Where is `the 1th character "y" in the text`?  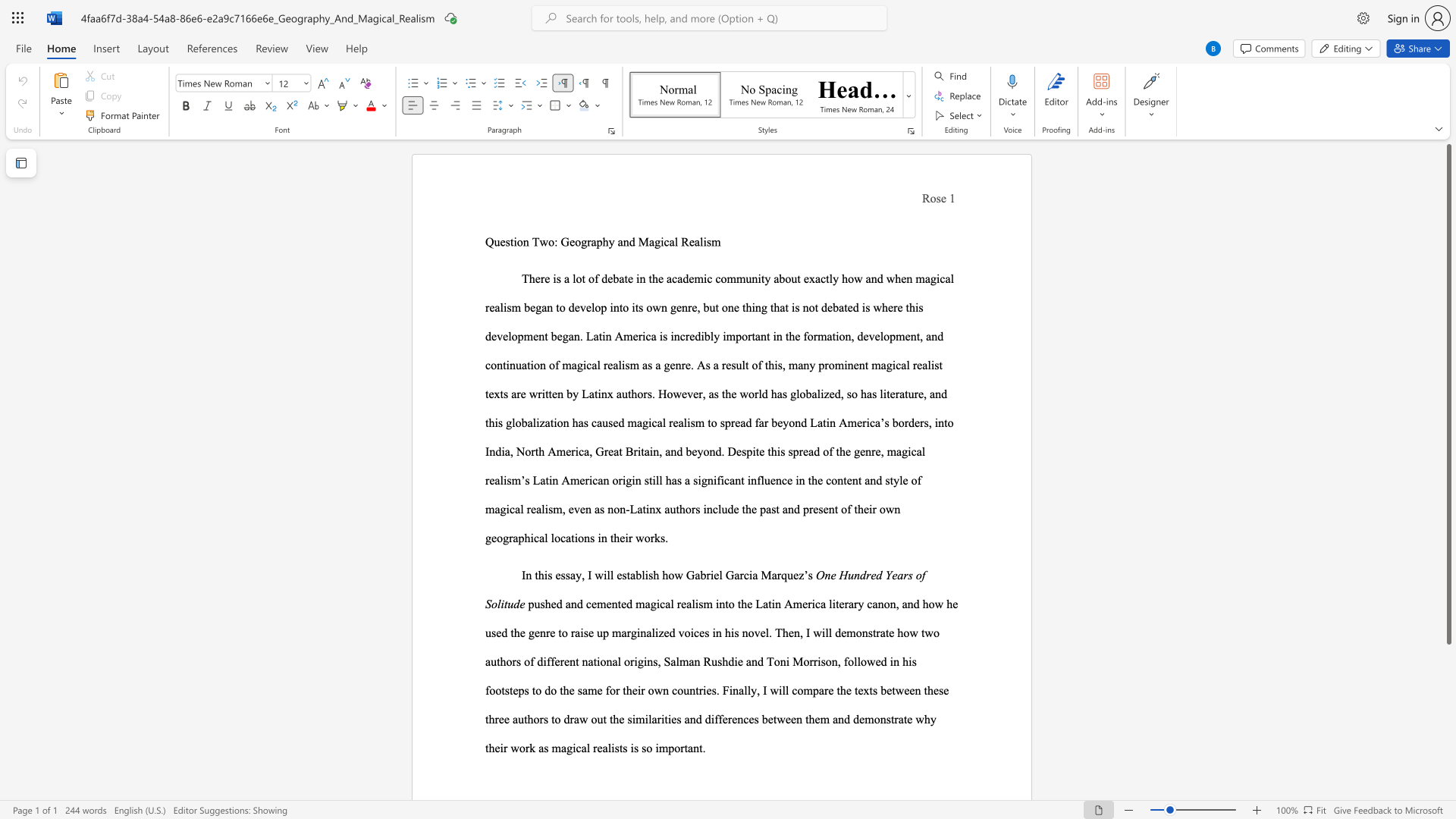
the 1th character "y" in the text is located at coordinates (611, 241).